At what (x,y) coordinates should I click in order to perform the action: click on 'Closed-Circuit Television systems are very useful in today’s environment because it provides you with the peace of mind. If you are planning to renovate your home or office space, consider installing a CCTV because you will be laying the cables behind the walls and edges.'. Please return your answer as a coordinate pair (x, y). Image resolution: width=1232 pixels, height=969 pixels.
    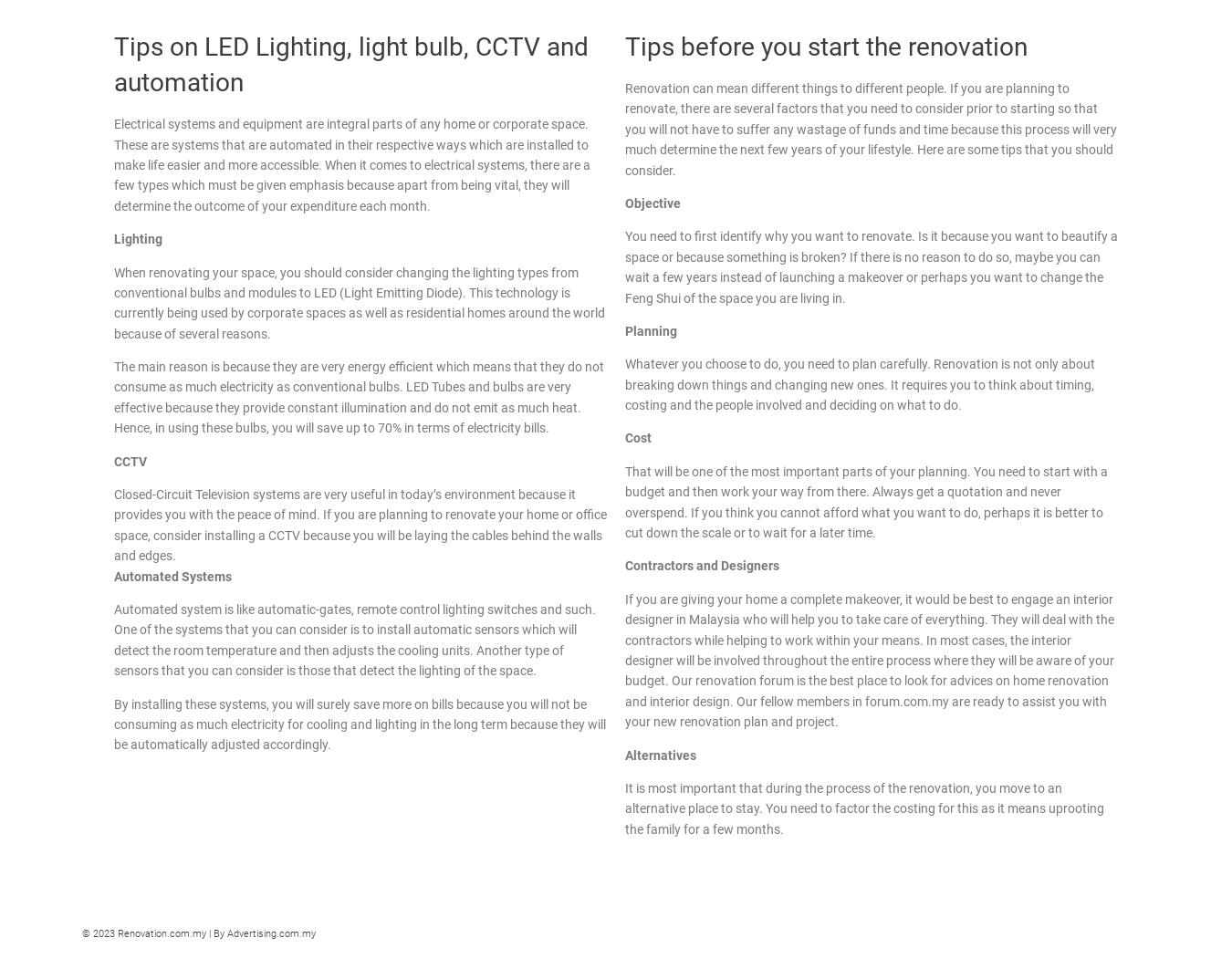
    Looking at the image, I should click on (360, 525).